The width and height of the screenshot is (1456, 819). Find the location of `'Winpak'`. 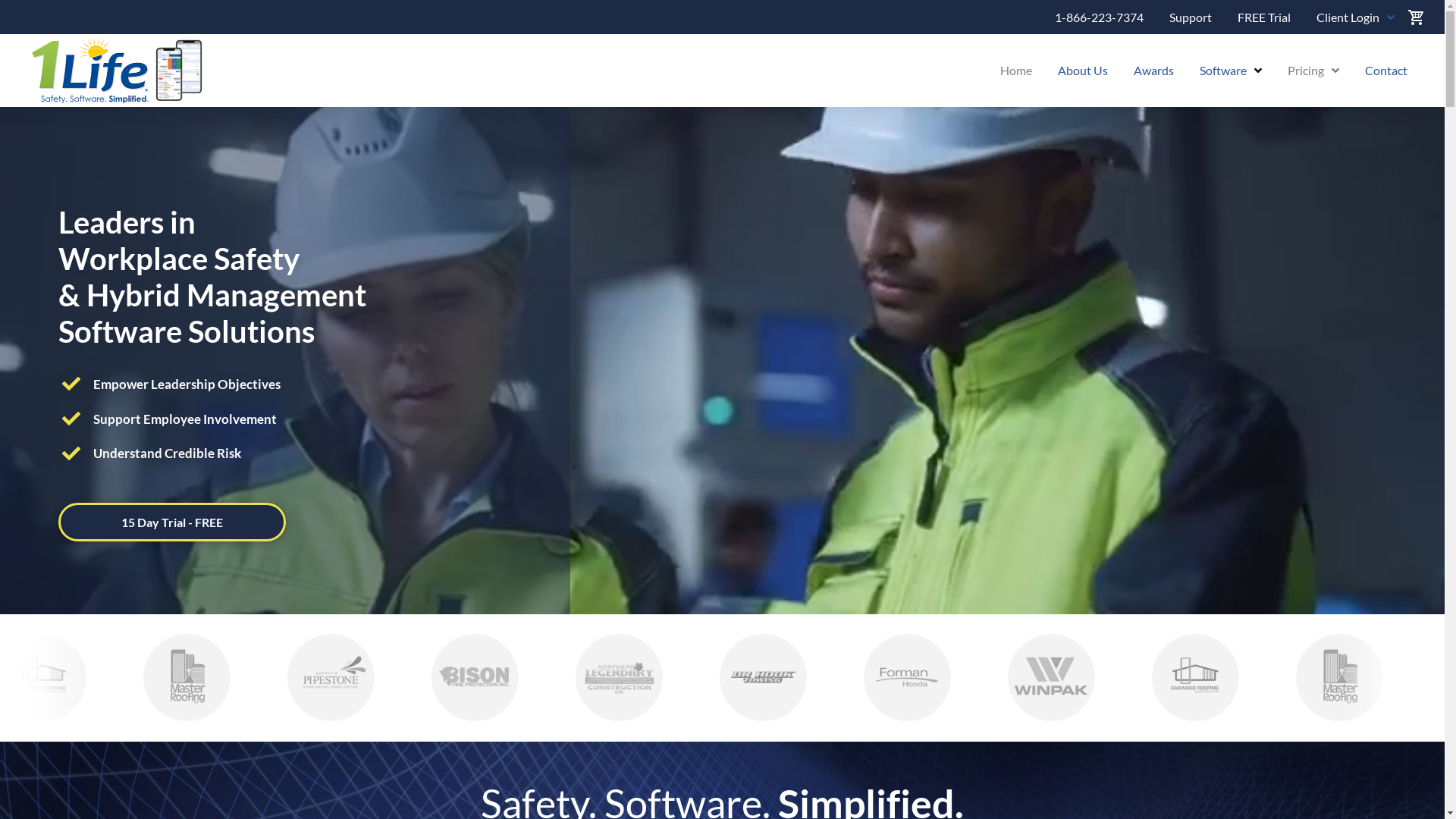

'Winpak' is located at coordinates (1025, 676).